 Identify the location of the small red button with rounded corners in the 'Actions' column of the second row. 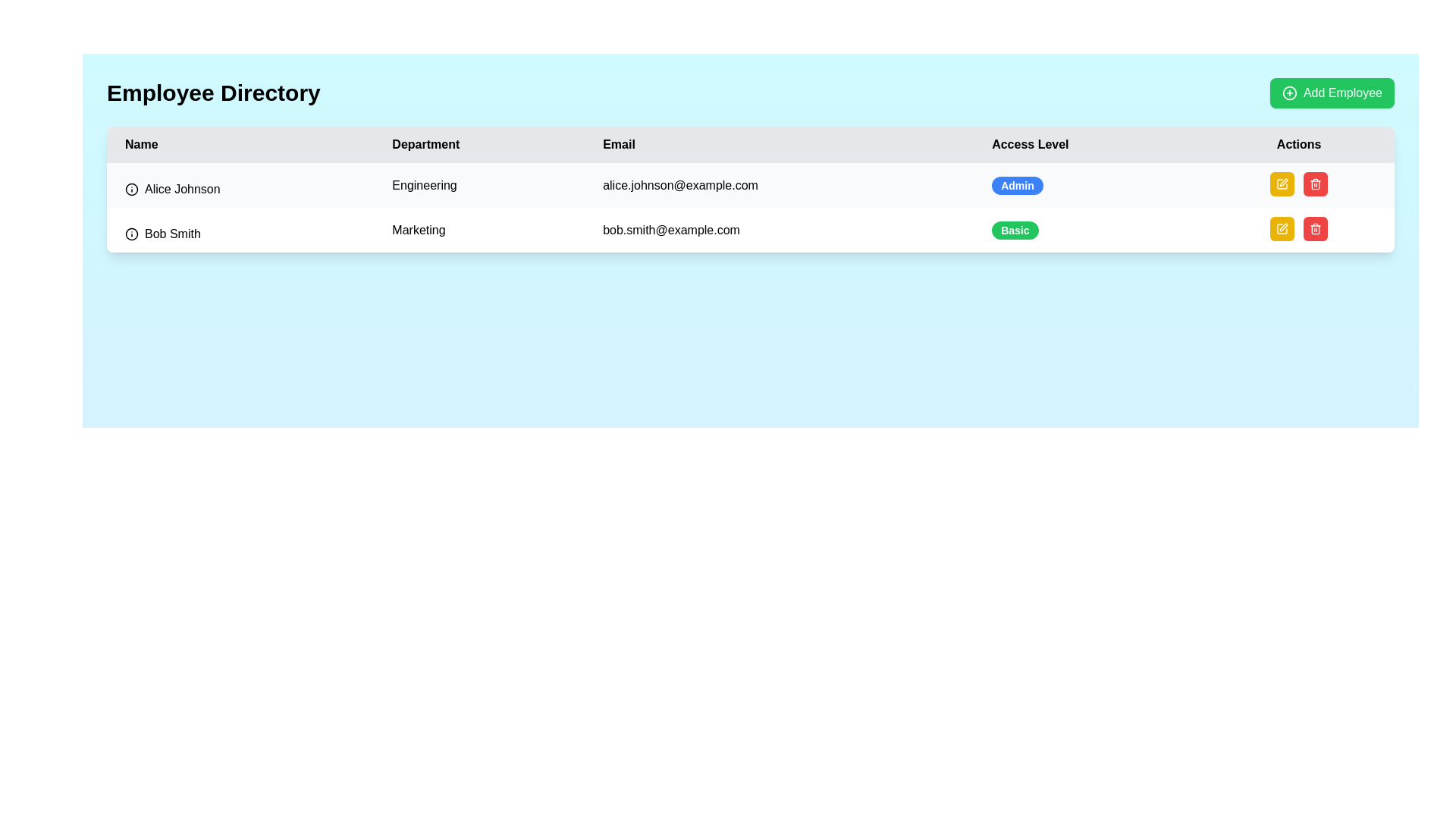
(1315, 184).